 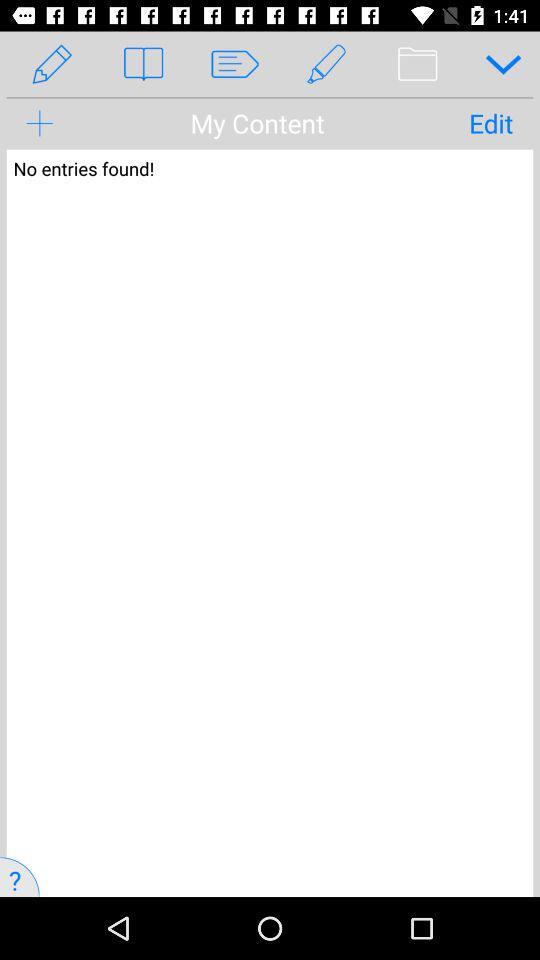 What do you see at coordinates (52, 64) in the screenshot?
I see `the edit icon` at bounding box center [52, 64].